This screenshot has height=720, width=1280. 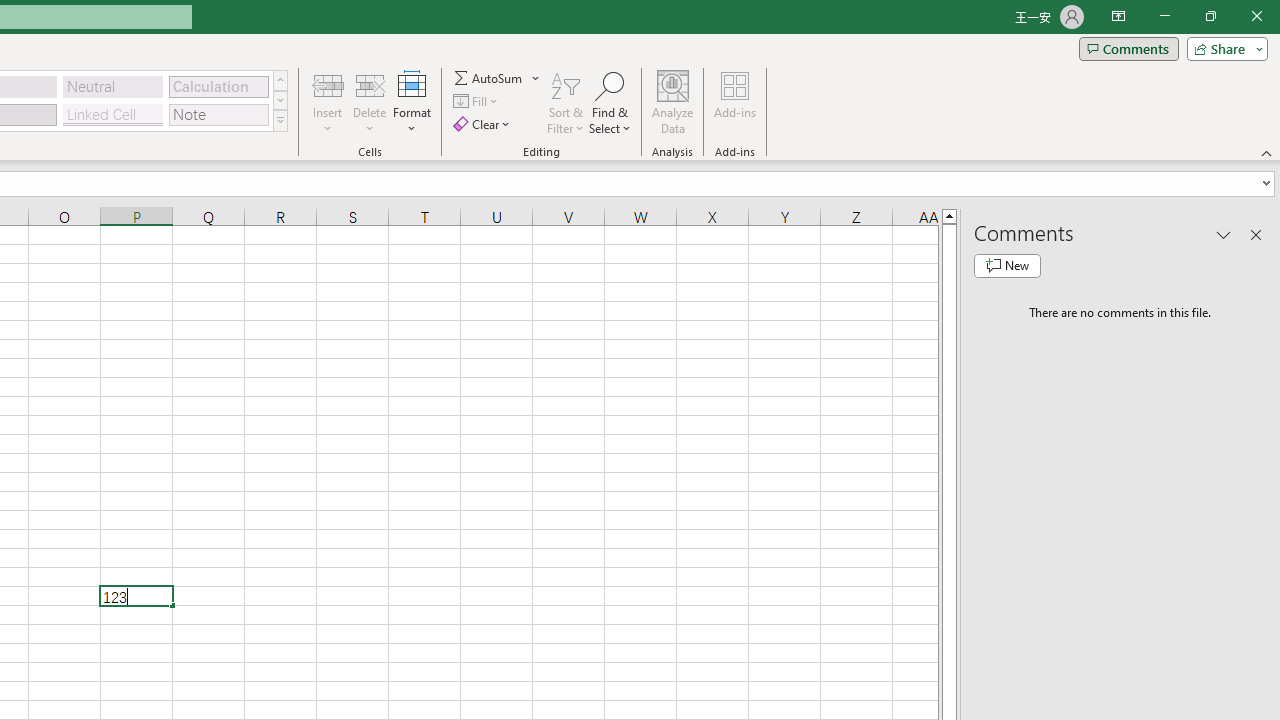 I want to click on 'New comment', so click(x=1007, y=265).